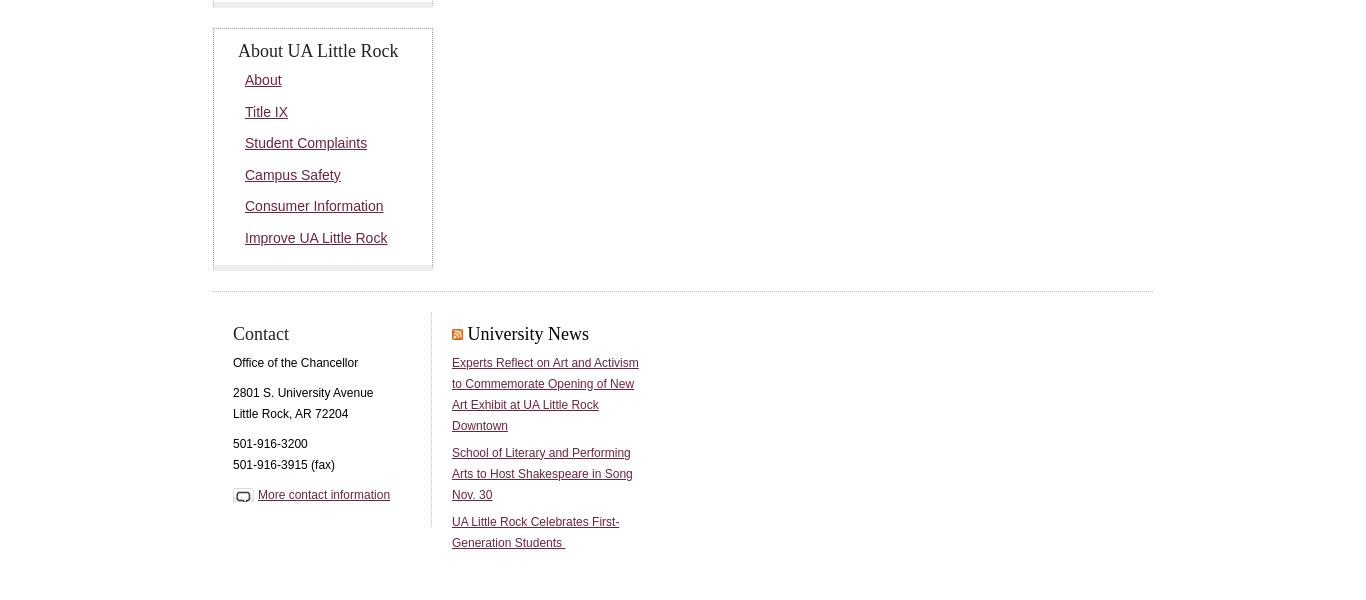 The image size is (1366, 600). Describe the element at coordinates (314, 204) in the screenshot. I see `'Consumer Information'` at that location.